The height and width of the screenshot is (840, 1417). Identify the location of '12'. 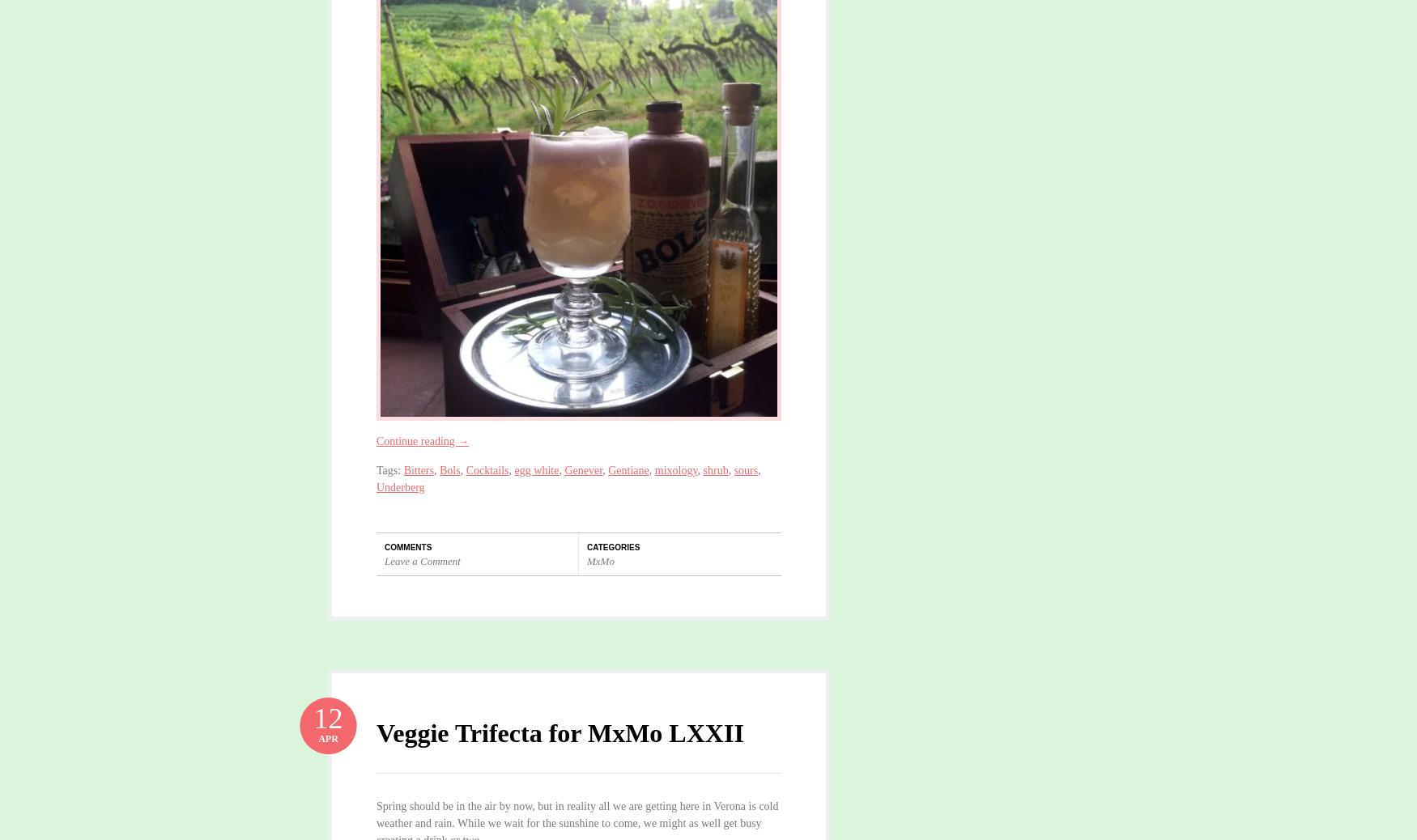
(326, 719).